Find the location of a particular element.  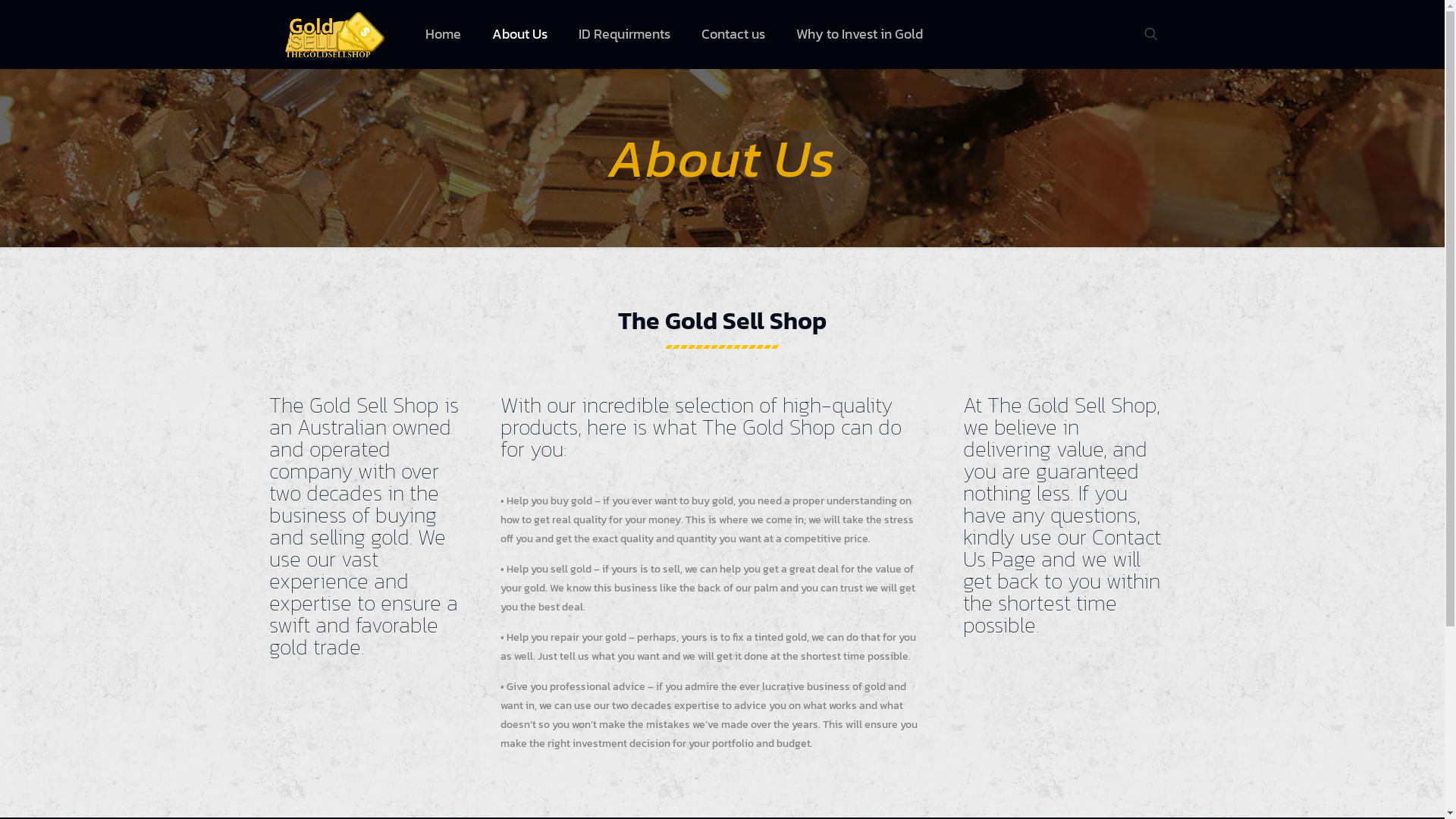

'Home' is located at coordinates (443, 34).